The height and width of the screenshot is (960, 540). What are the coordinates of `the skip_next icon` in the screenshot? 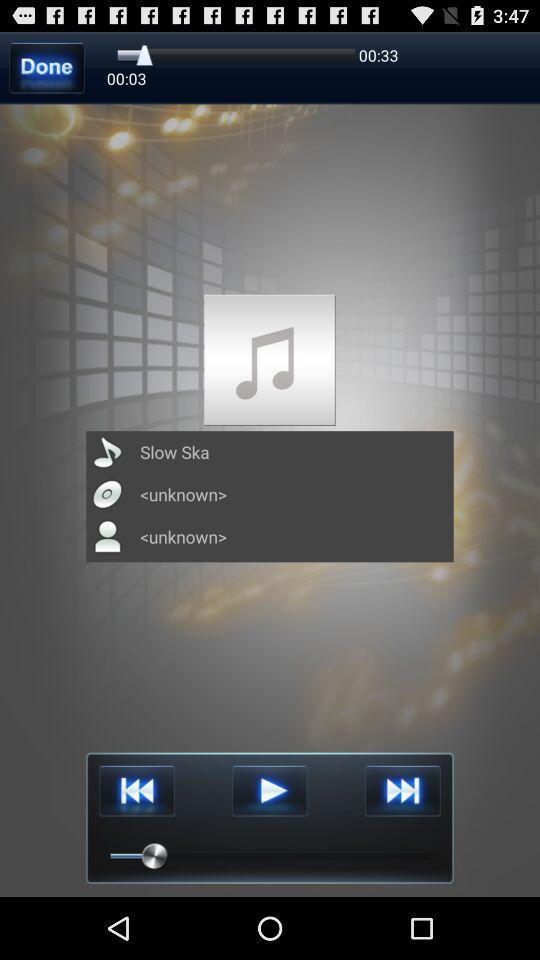 It's located at (402, 845).